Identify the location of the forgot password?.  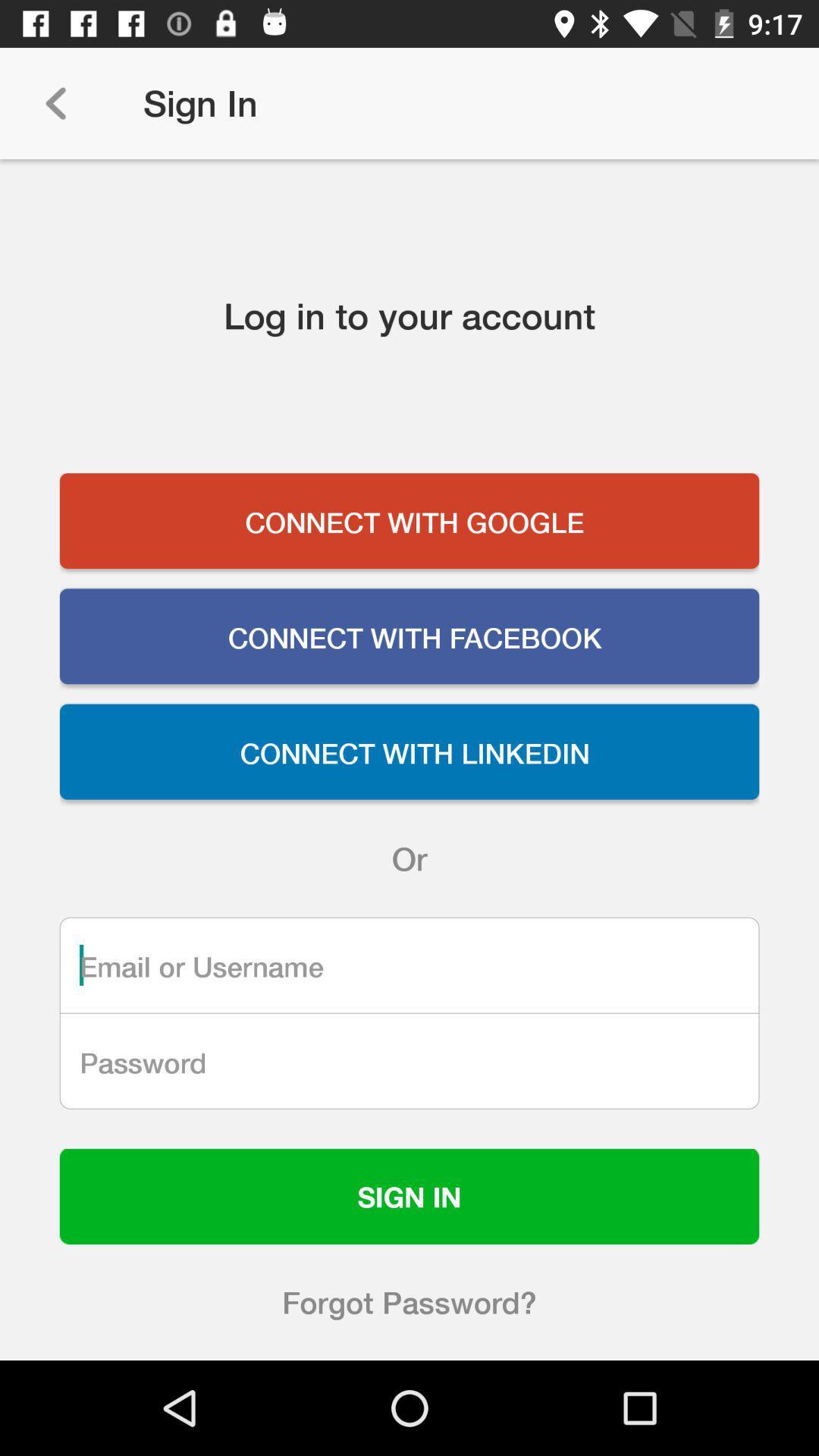
(409, 1301).